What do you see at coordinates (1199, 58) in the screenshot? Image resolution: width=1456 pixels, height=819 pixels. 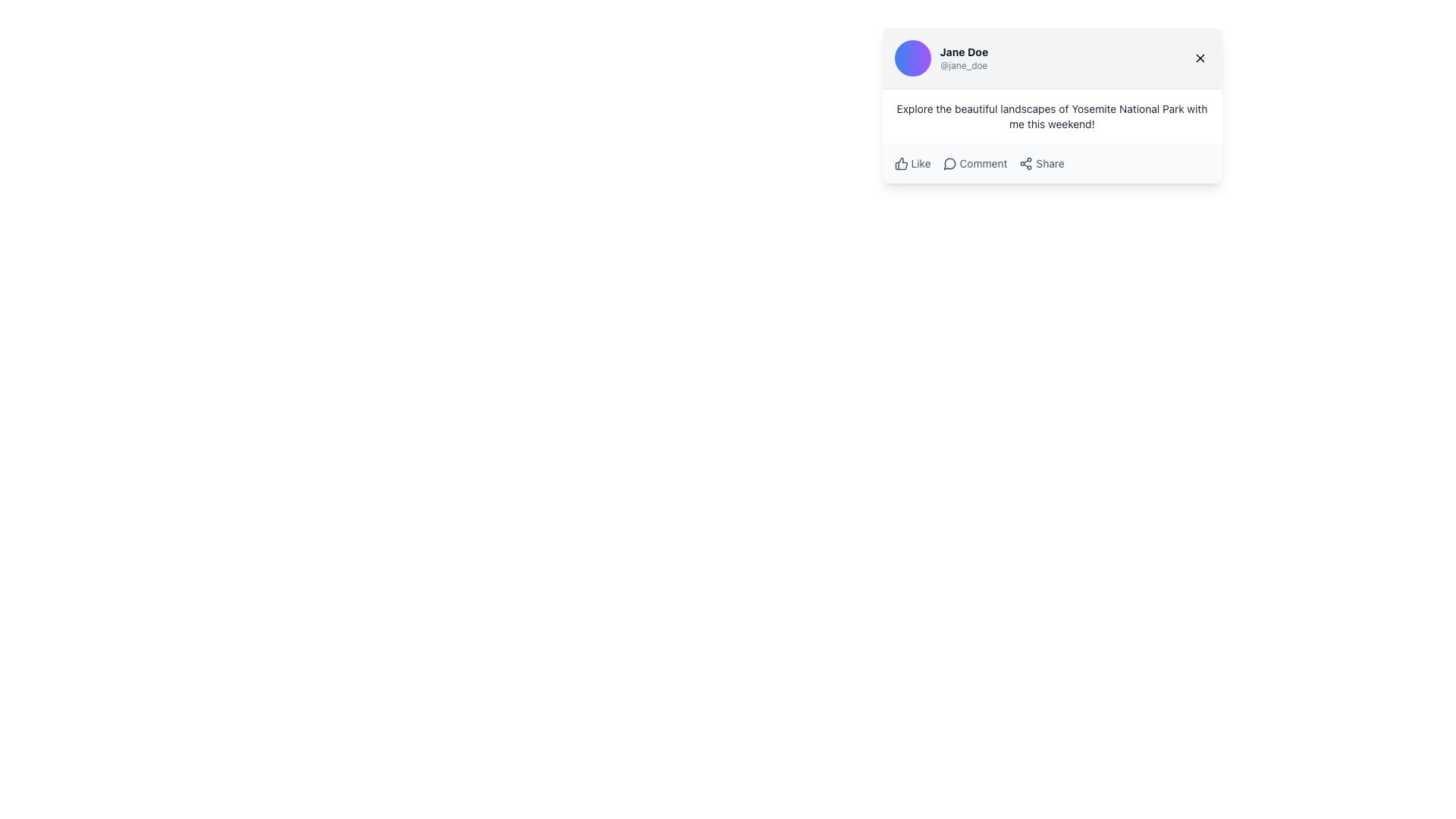 I see `the close button located in the upper-right corner of the user post card interface` at bounding box center [1199, 58].